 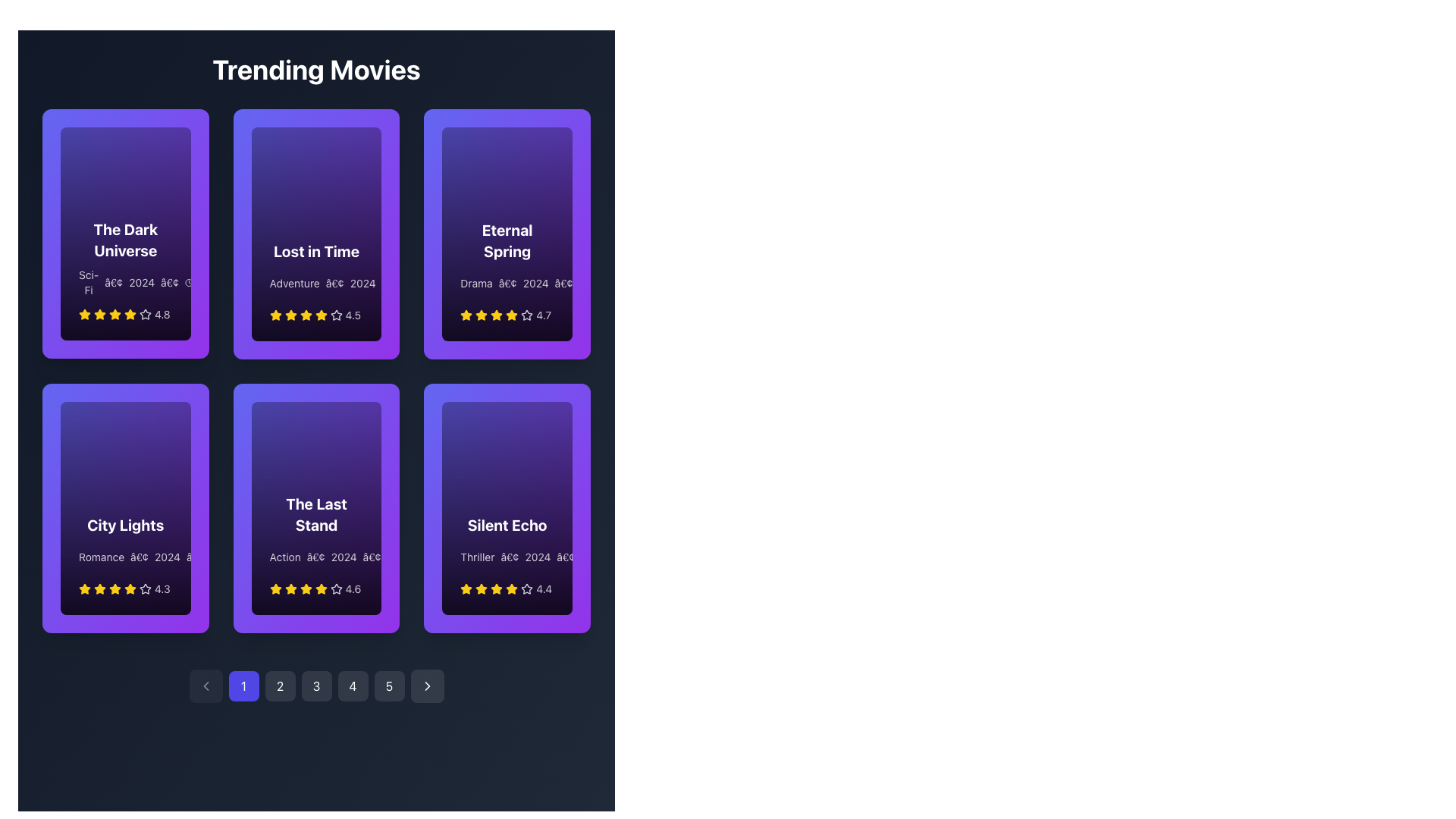 What do you see at coordinates (275, 588) in the screenshot?
I see `the first star icon in the rating indicator for the movie 'The Last Stand', which contributes to the 4.6 out of 5 rating` at bounding box center [275, 588].